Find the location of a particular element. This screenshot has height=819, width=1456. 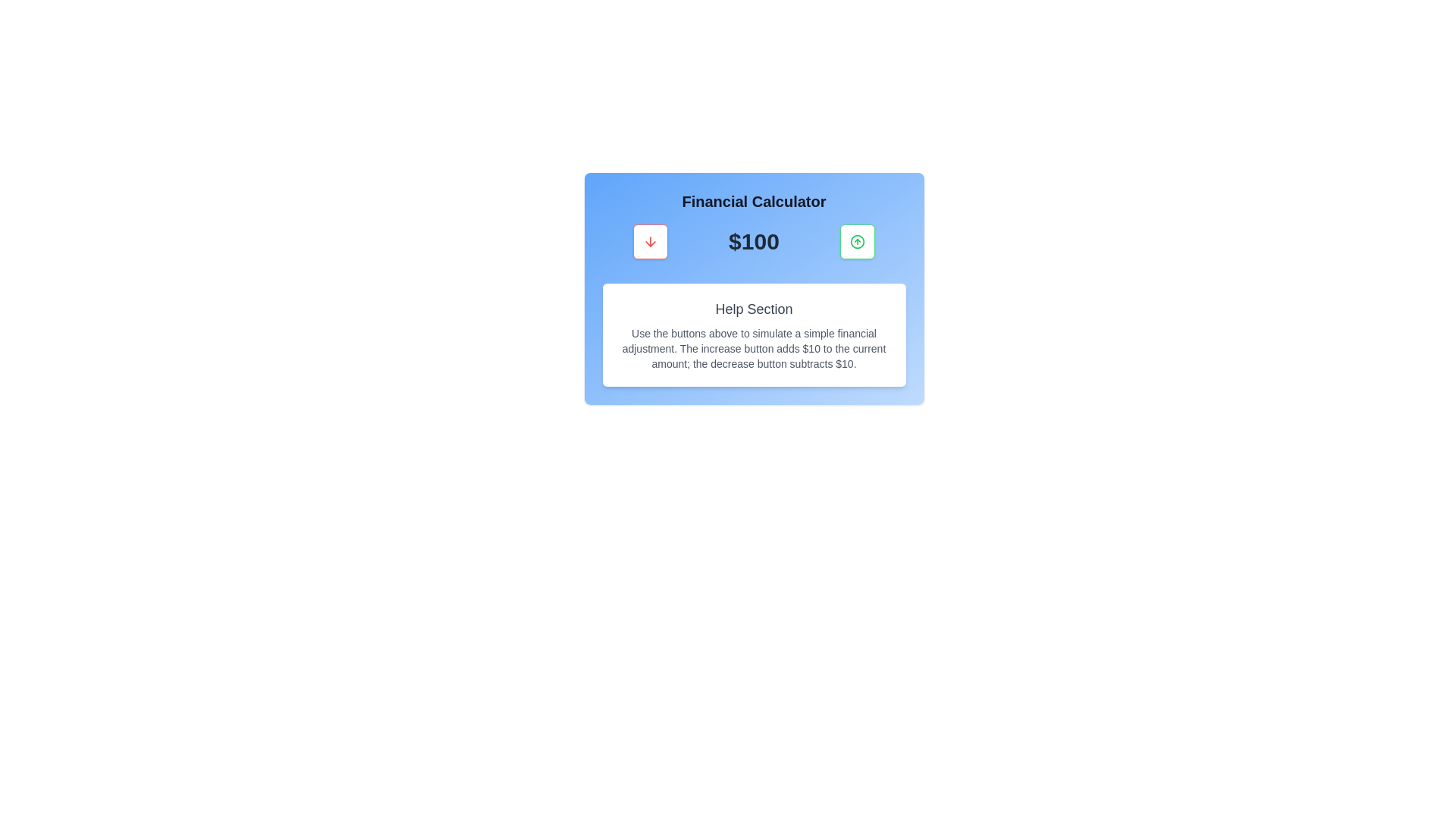

the circular graphic element within the upward-pointing arrow icon located on the right side of the main header panel, positioned below the 'Financial Calculator' header is located at coordinates (858, 241).